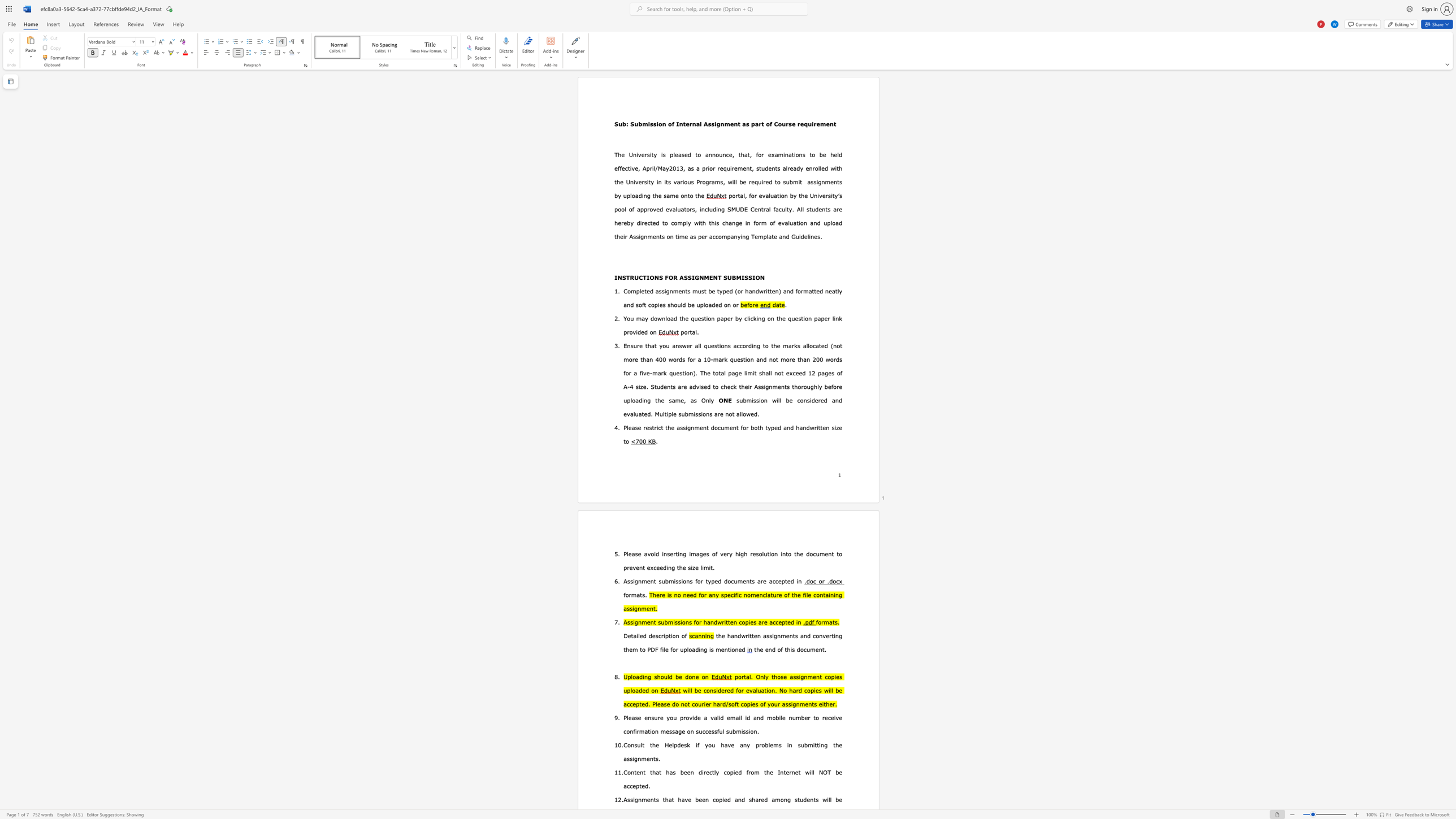  Describe the element at coordinates (818, 649) in the screenshot. I see `the subset text "nt." within the text "the end of this document."` at that location.